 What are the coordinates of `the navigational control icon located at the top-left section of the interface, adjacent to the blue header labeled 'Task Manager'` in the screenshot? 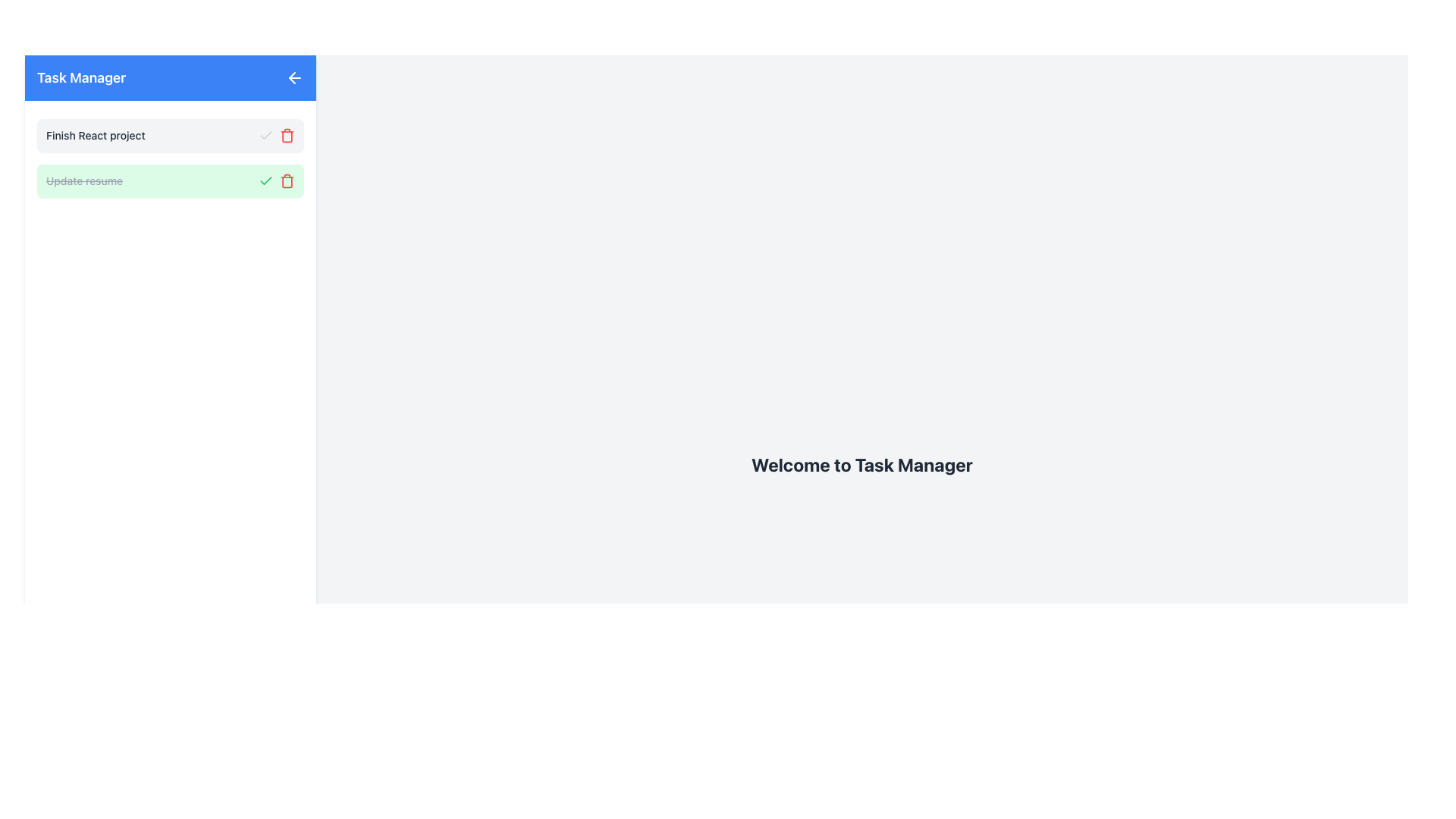 It's located at (292, 78).